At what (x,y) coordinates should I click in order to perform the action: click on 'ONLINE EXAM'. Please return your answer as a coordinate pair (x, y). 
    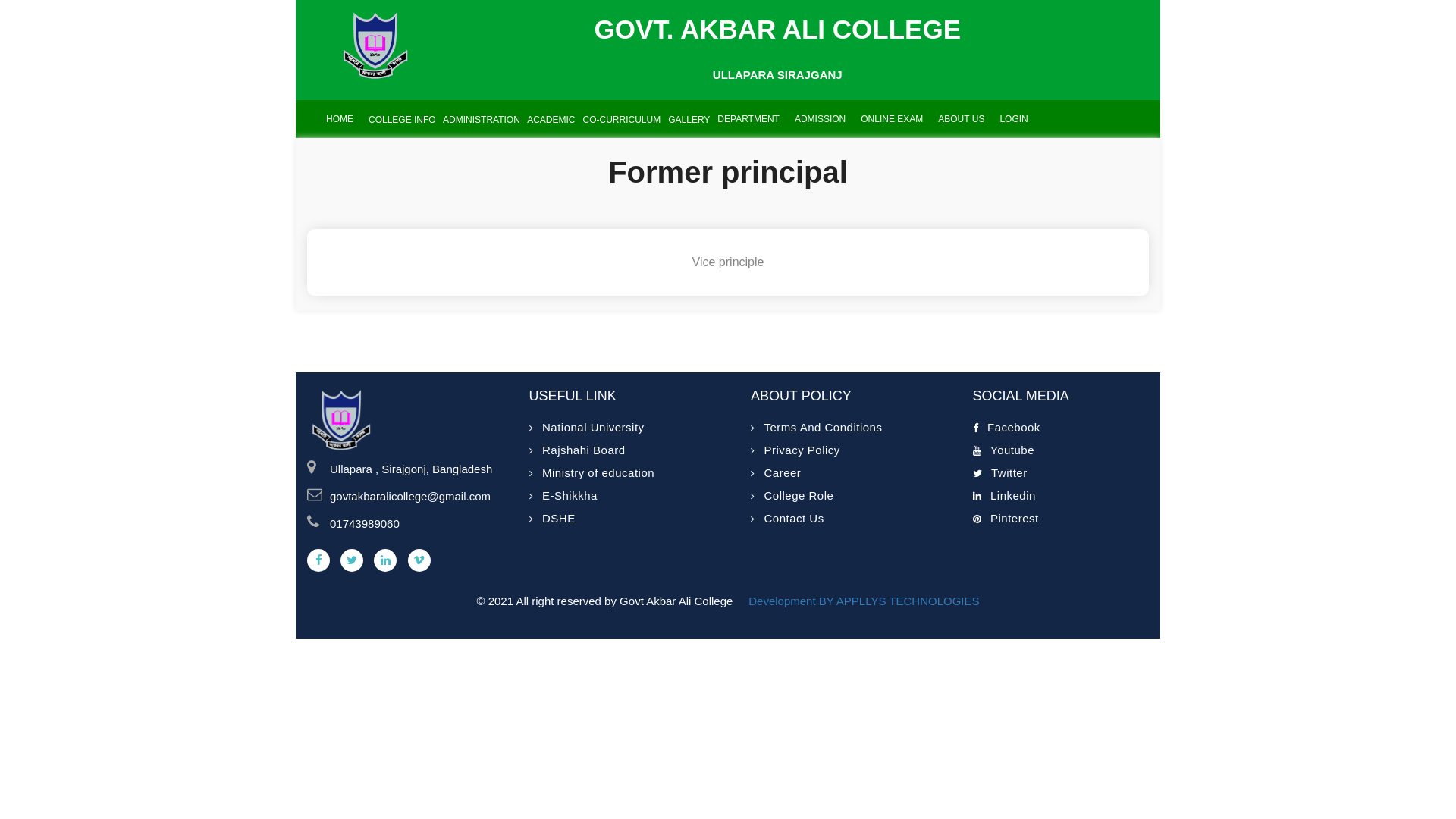
    Looking at the image, I should click on (892, 118).